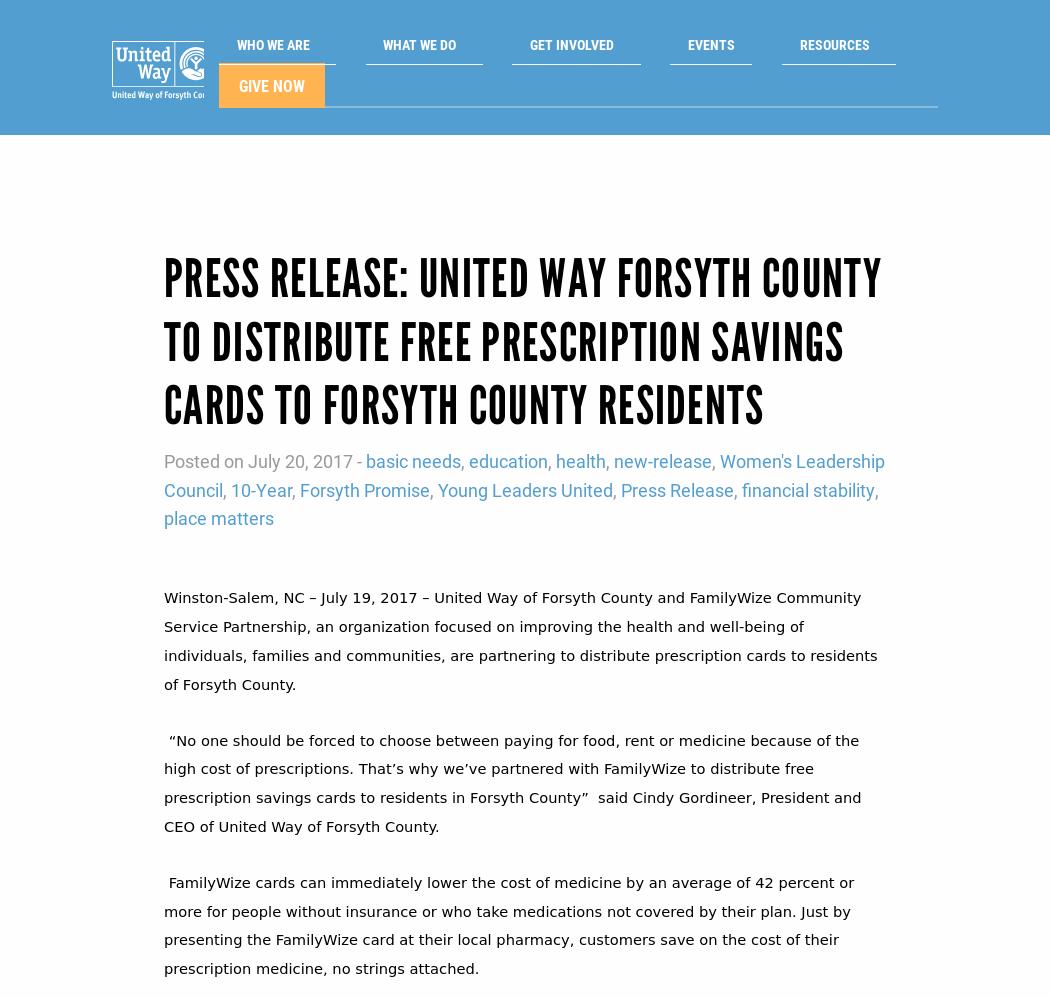 Image resolution: width=1050 pixels, height=998 pixels. Describe the element at coordinates (807, 455) in the screenshot. I see `'financial stability'` at that location.